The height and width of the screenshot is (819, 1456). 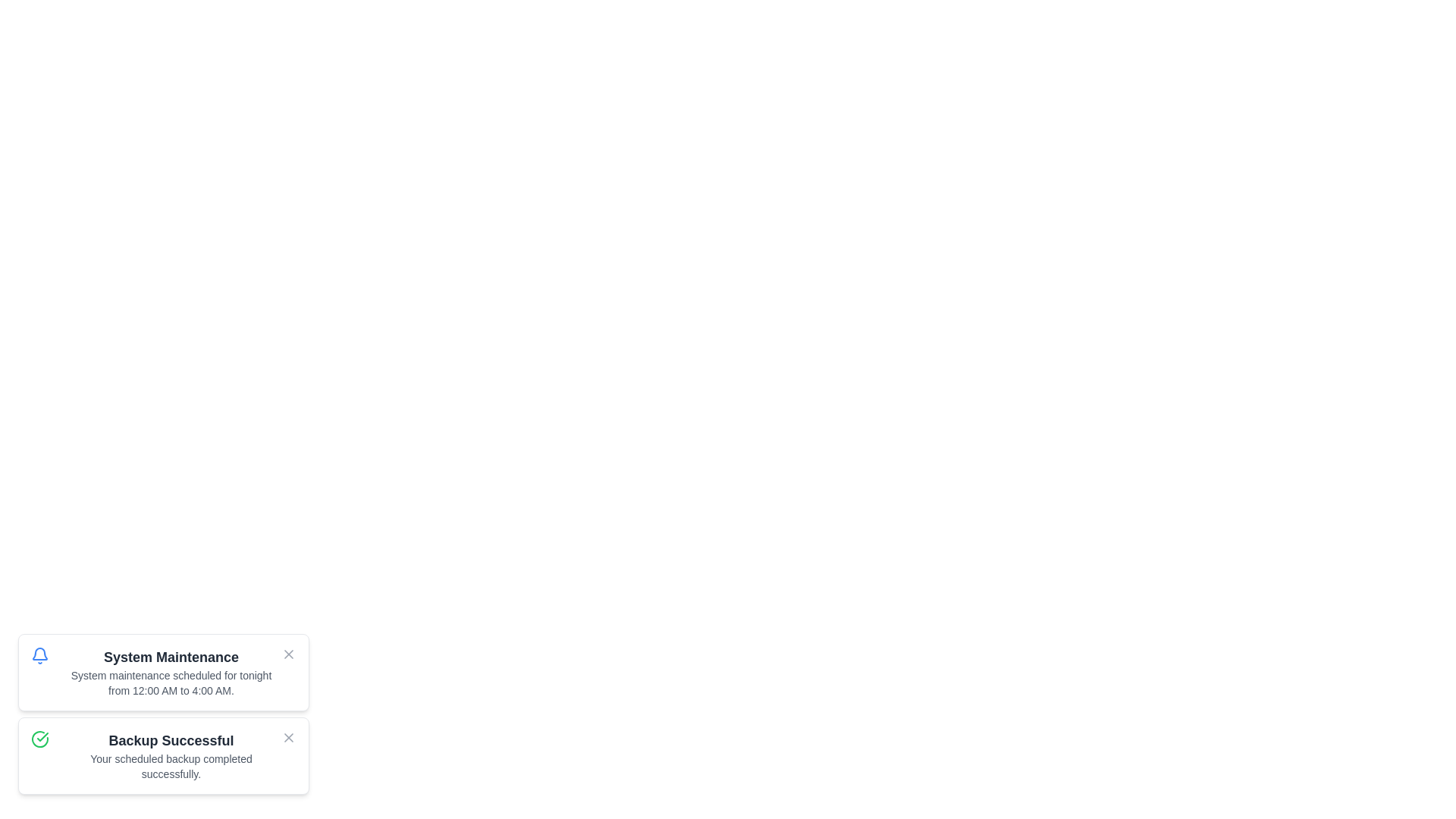 What do you see at coordinates (288, 736) in the screenshot?
I see `the dismiss button located in the top-right corner of the 'Backup Successful' notification card` at bounding box center [288, 736].